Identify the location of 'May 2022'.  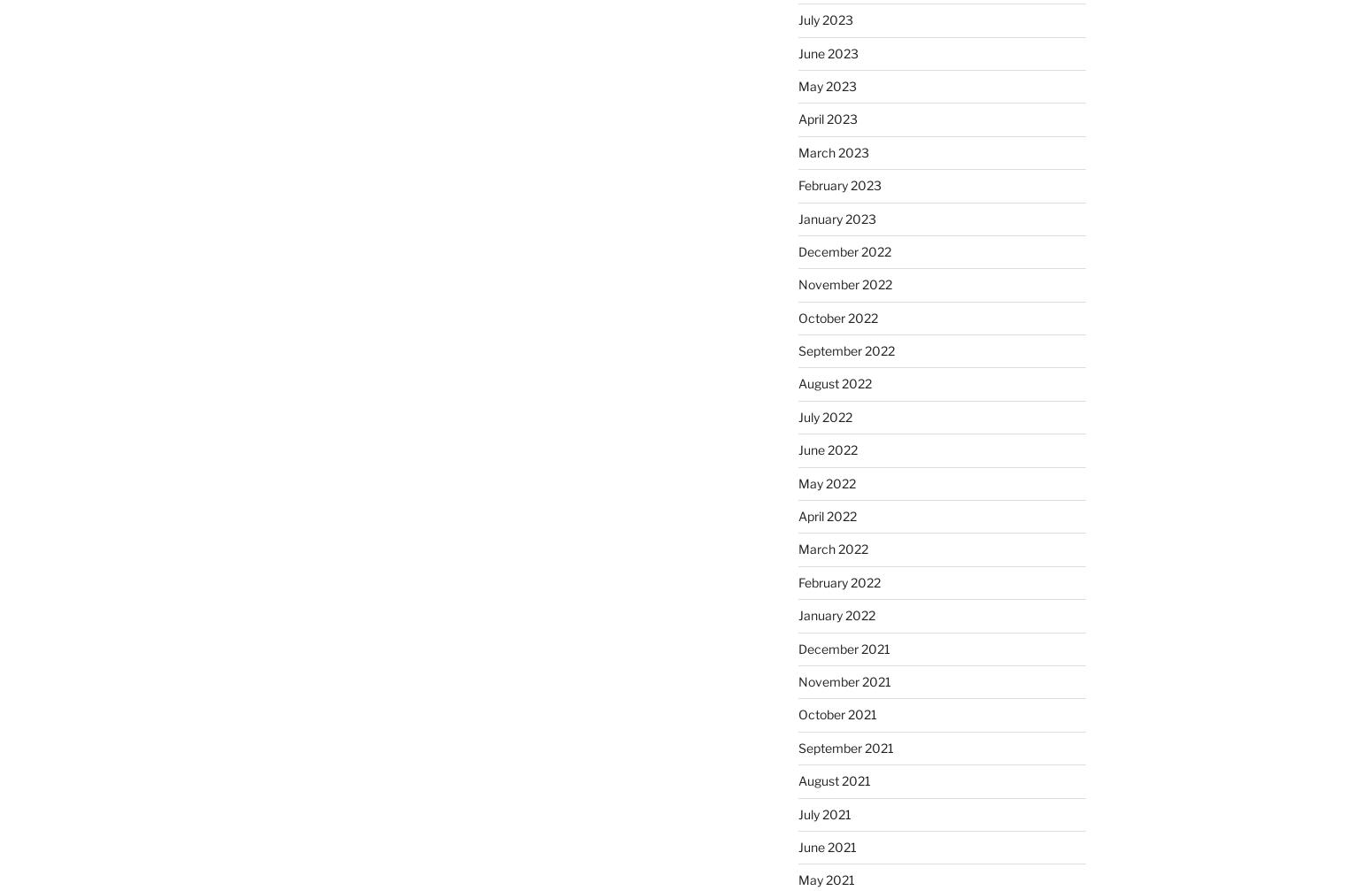
(825, 481).